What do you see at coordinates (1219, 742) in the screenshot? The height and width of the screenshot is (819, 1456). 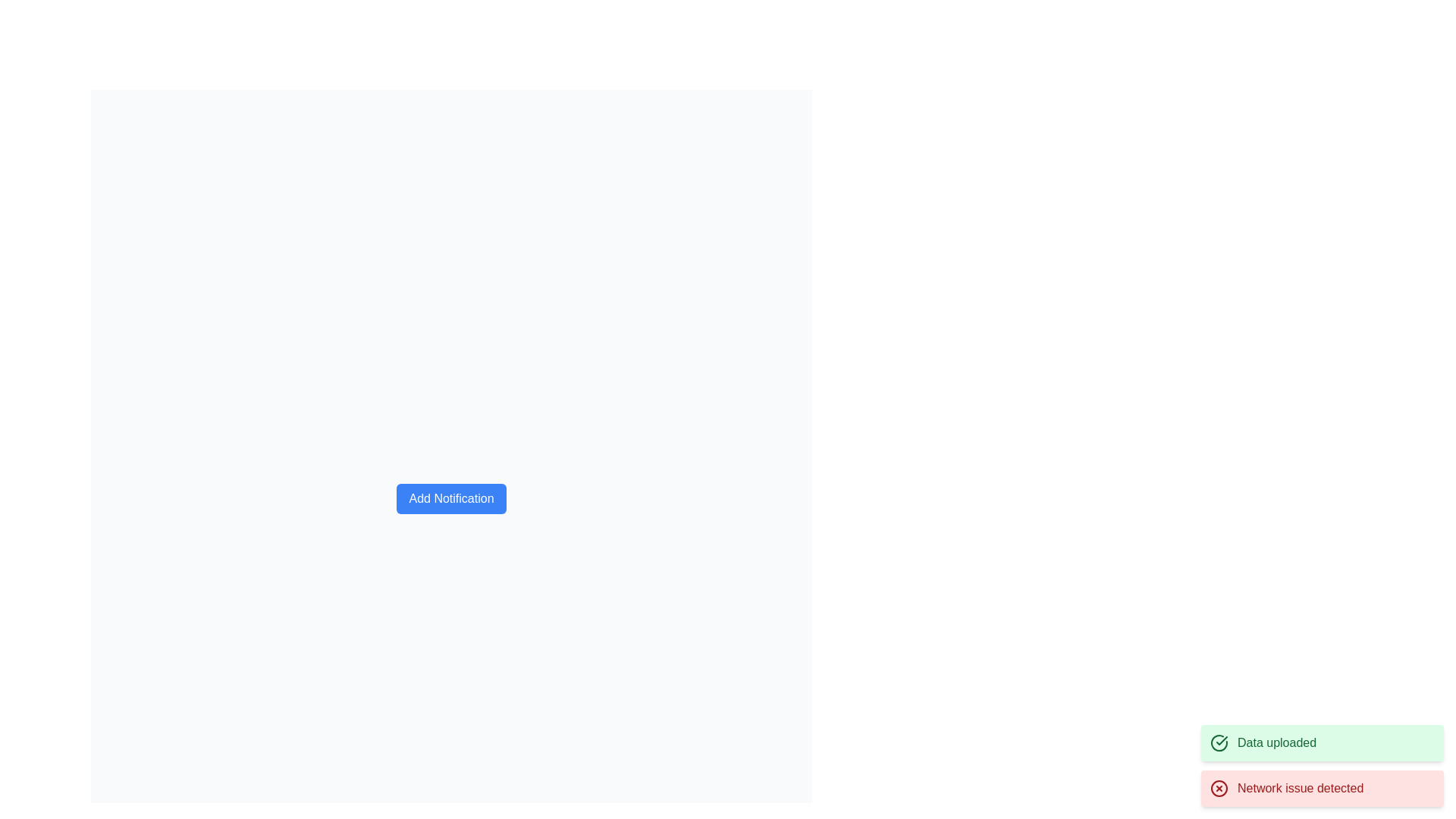 I see `the success status icon that indicates the completion of the data upload process, located at the bottom-right of the interface, next to the text 'Data uploaded'` at bounding box center [1219, 742].